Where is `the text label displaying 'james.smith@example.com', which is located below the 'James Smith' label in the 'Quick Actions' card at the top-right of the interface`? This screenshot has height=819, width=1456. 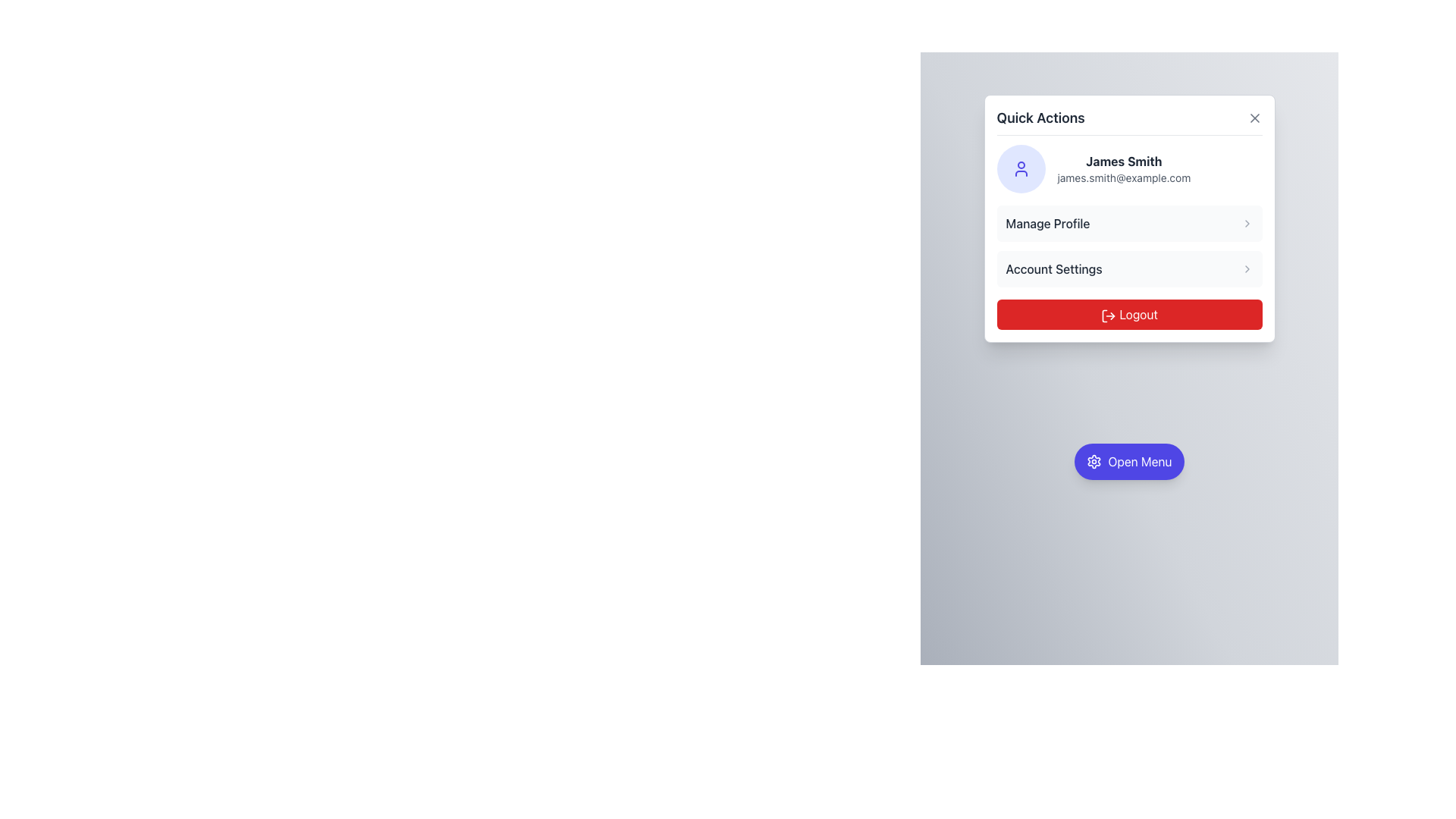
the text label displaying 'james.smith@example.com', which is located below the 'James Smith' label in the 'Quick Actions' card at the top-right of the interface is located at coordinates (1124, 177).